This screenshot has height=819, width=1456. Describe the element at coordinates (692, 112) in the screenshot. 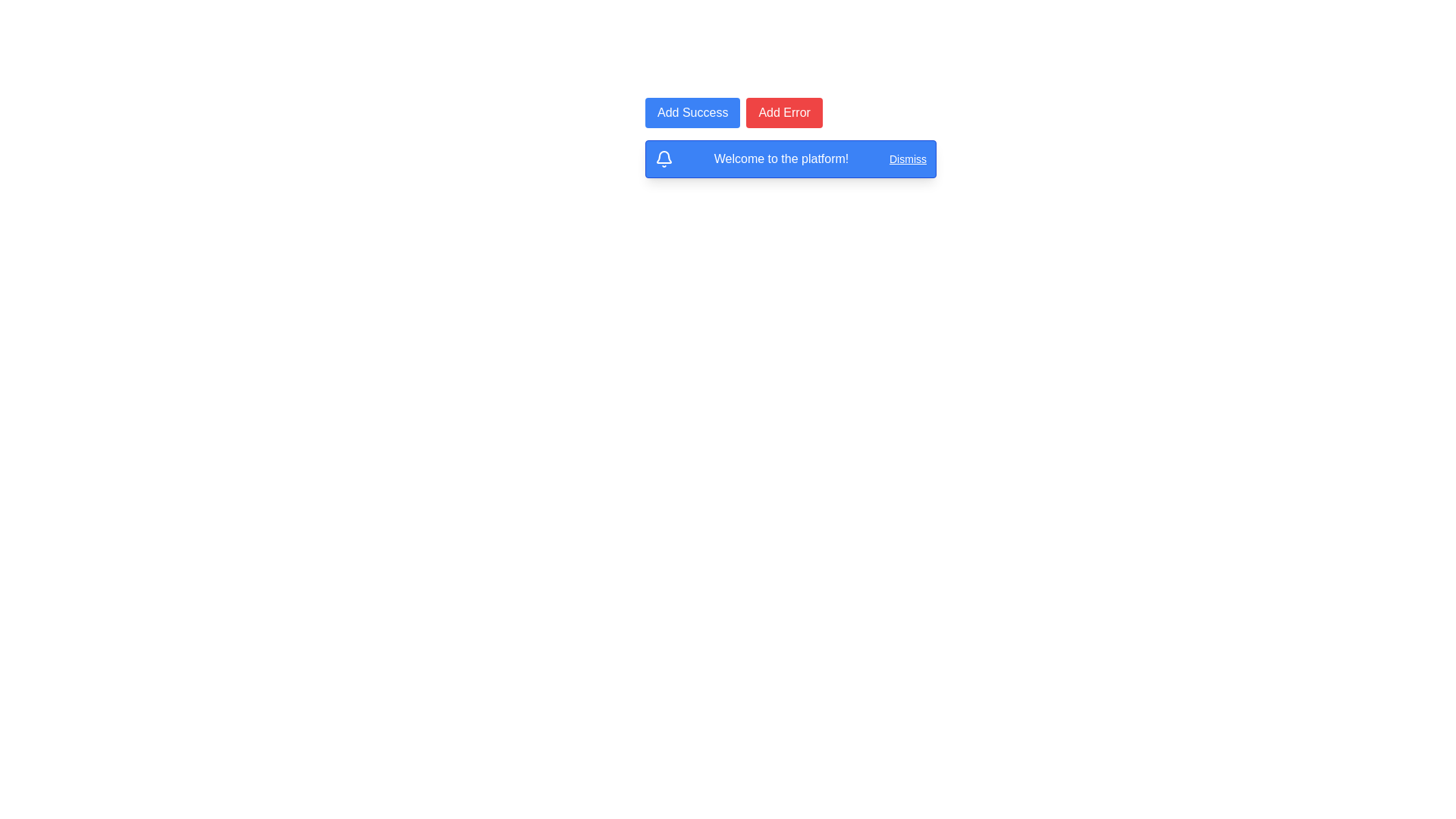

I see `the first button in a horizontal group of two buttons located near the top center of the interface` at that location.